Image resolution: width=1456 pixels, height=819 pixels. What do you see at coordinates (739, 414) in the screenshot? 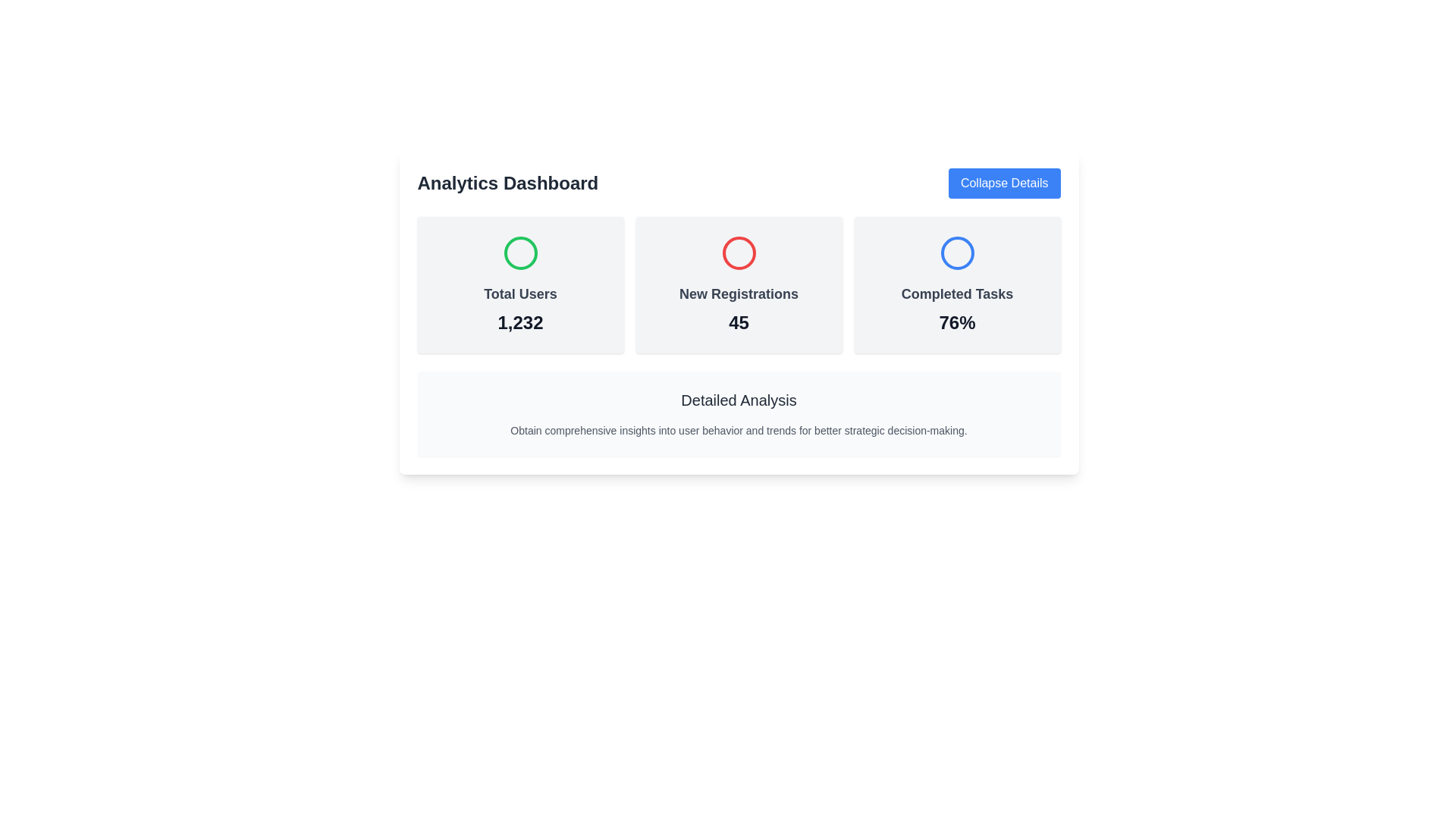
I see `the Informational Content Box that provides explanatory information about the analytics, located below the row of statistics boxes in the Analytics Dashboard` at bounding box center [739, 414].